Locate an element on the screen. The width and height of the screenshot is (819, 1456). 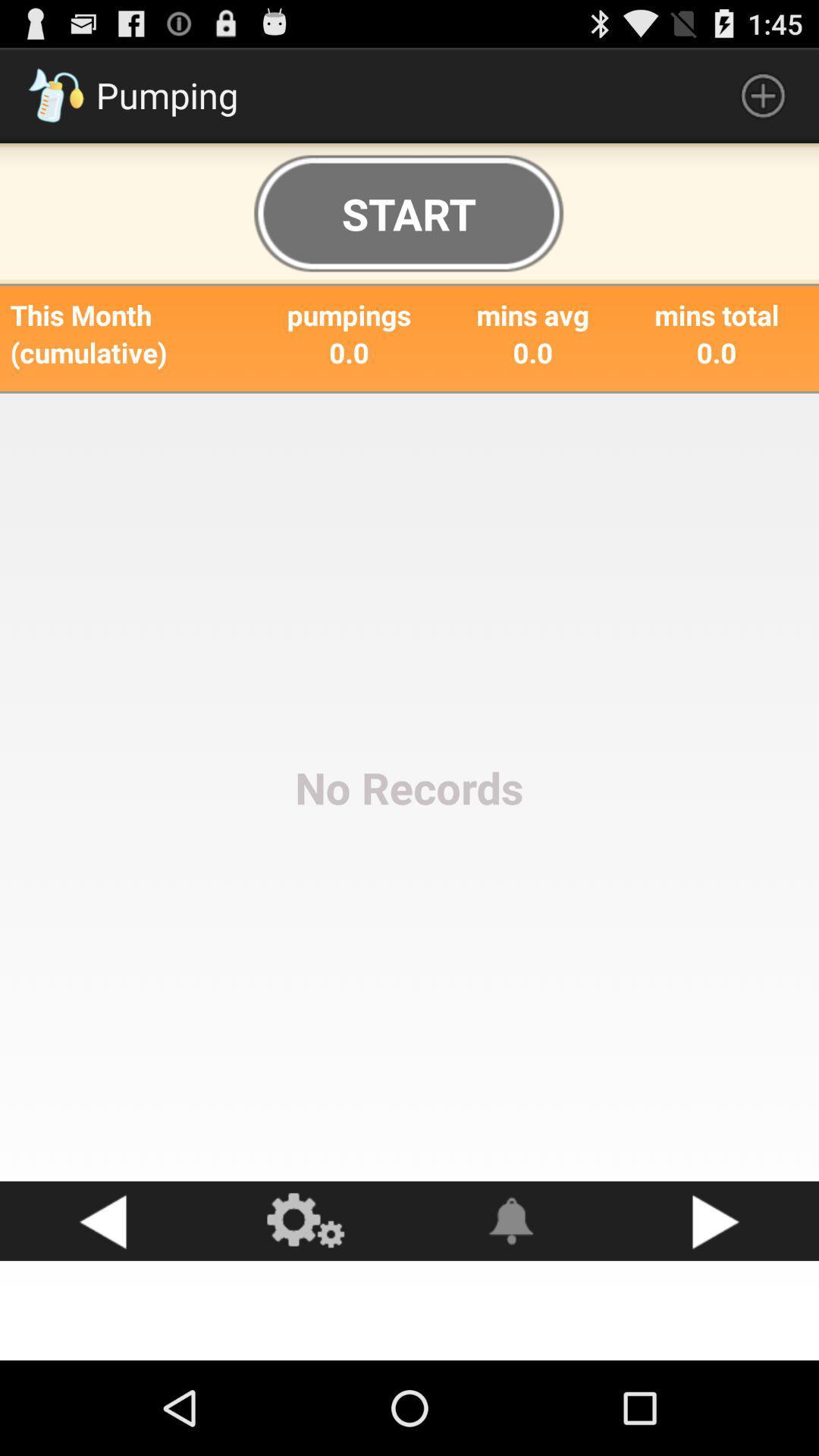
settings button is located at coordinates (307, 1221).